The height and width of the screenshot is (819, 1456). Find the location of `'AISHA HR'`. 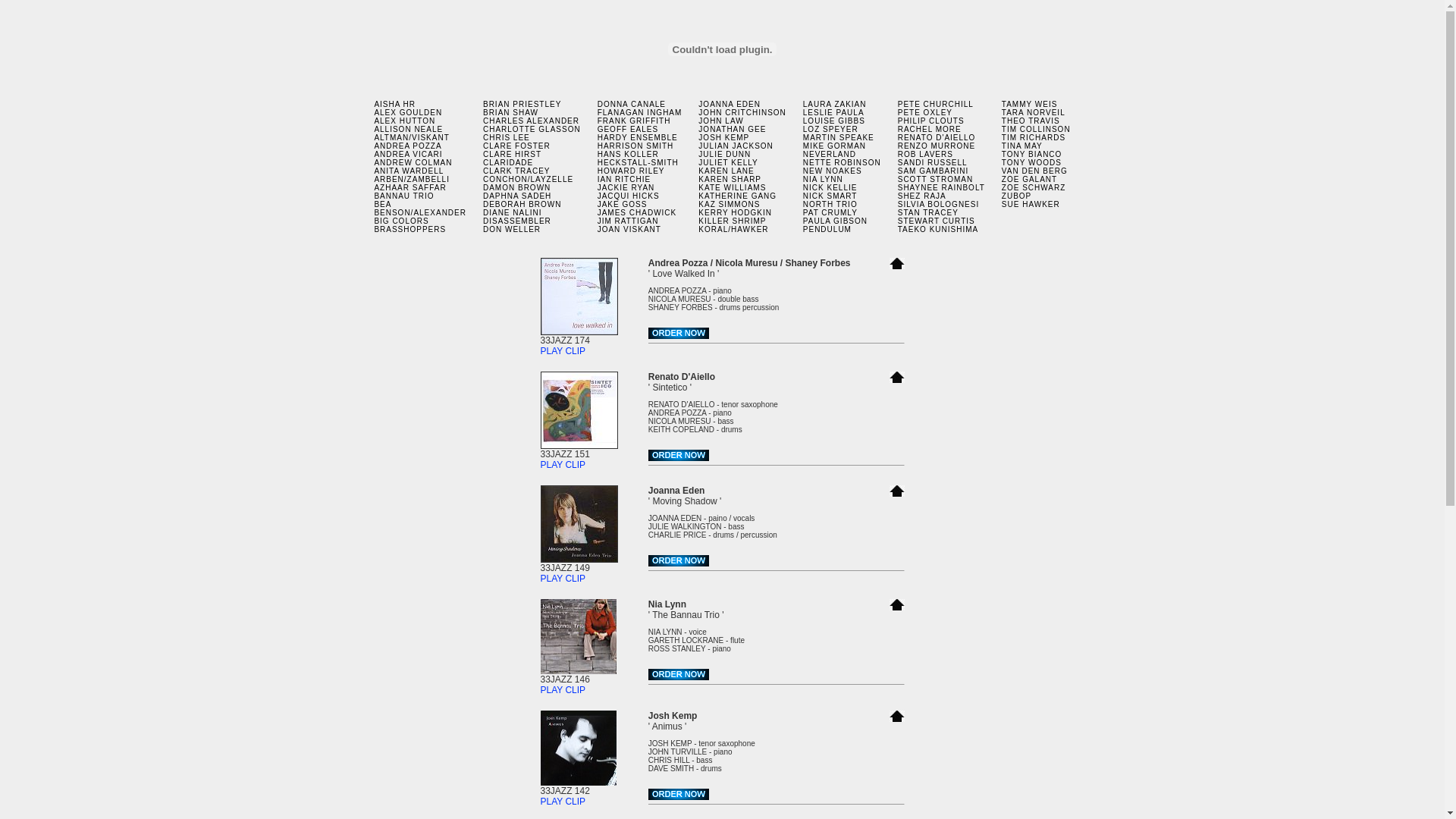

'AISHA HR' is located at coordinates (374, 103).